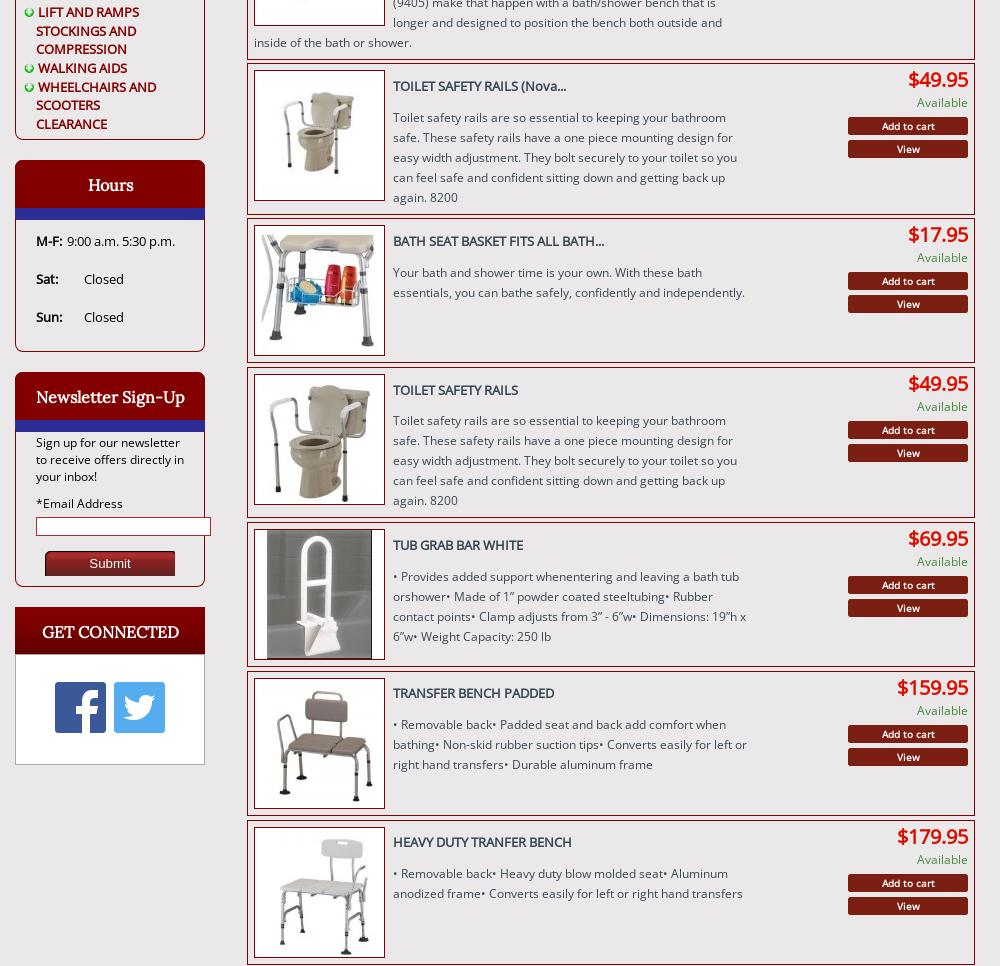 The width and height of the screenshot is (1000, 966). I want to click on 'TOILET SAFETY RAILS', so click(453, 389).